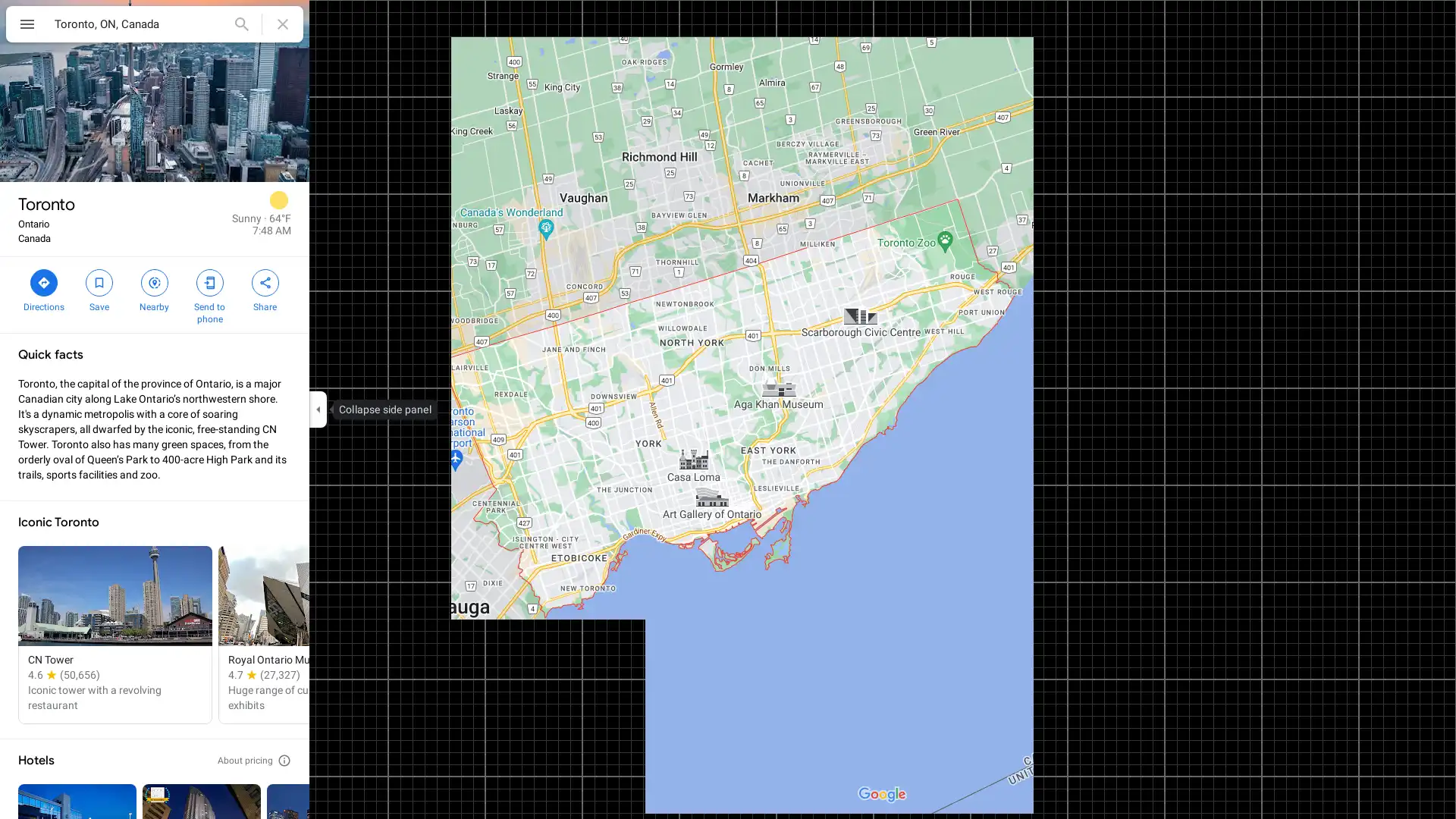  What do you see at coordinates (27, 26) in the screenshot?
I see `Menu` at bounding box center [27, 26].